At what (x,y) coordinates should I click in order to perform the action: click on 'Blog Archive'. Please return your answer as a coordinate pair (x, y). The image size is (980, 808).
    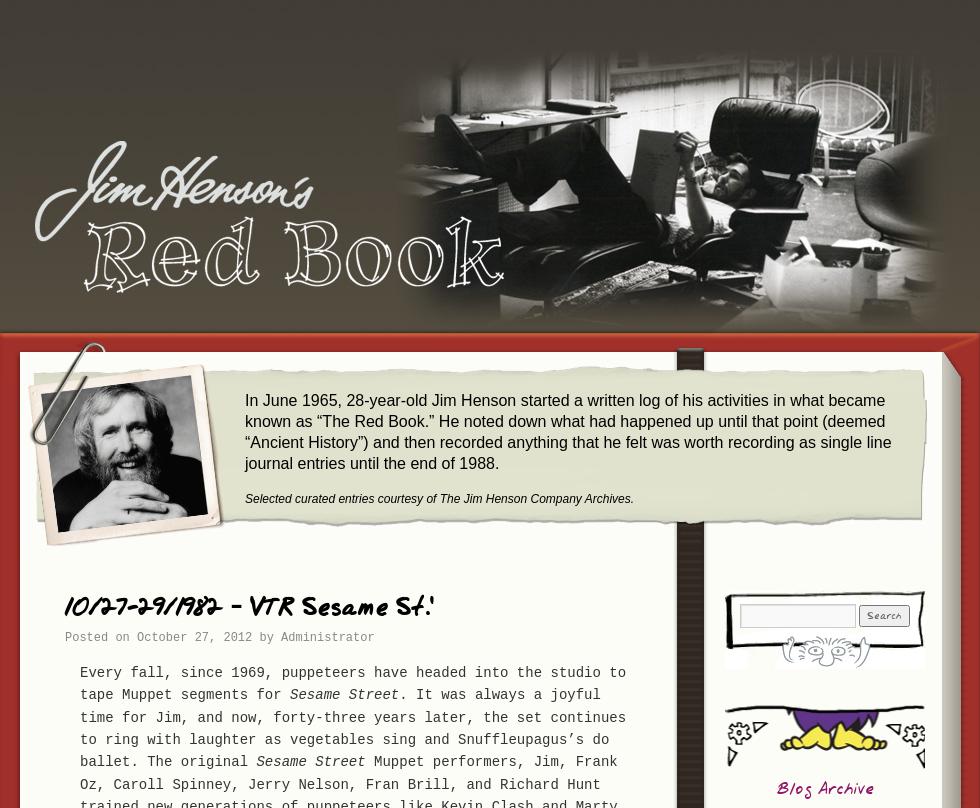
    Looking at the image, I should click on (774, 788).